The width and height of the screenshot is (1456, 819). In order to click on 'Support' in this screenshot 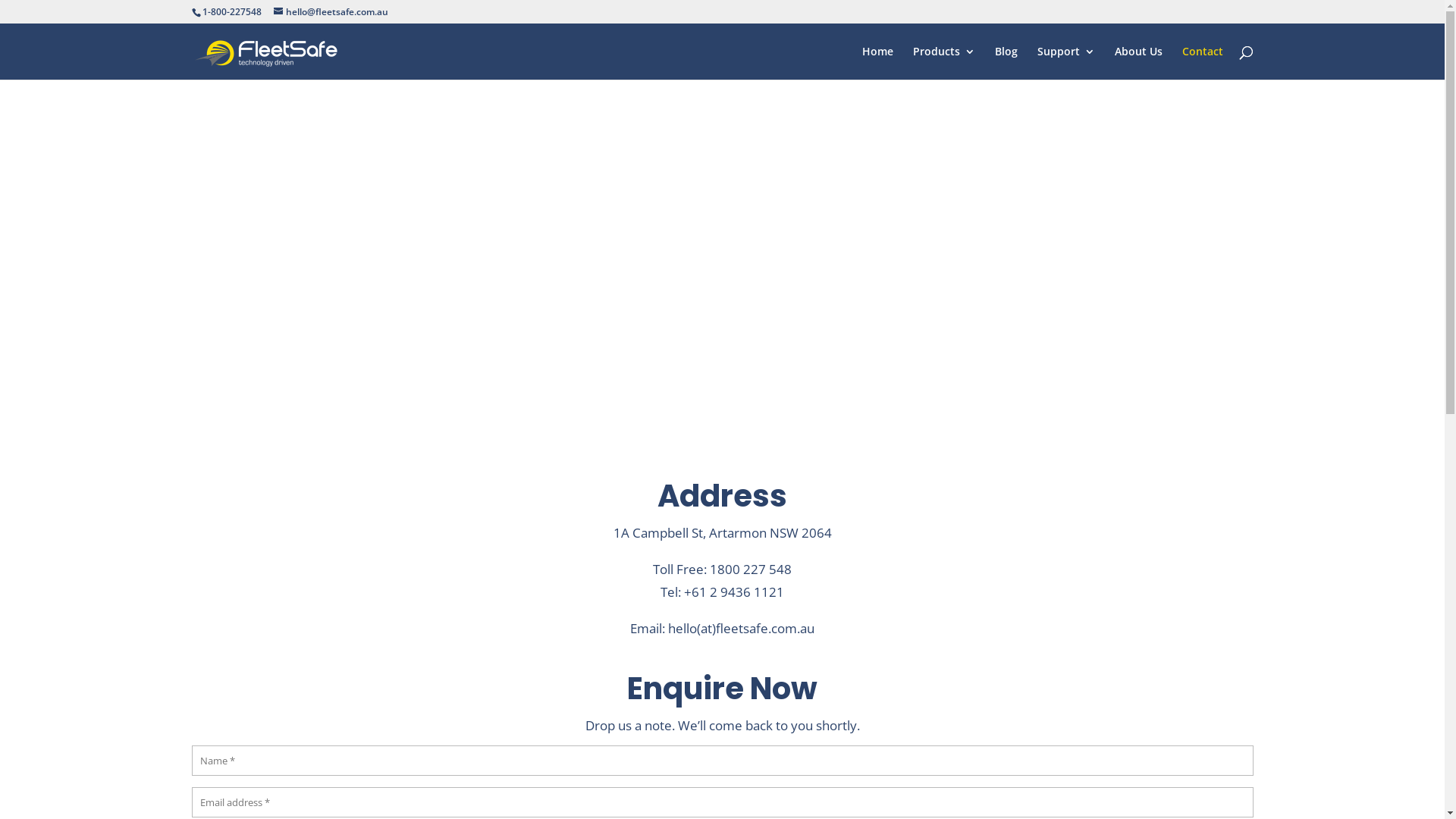, I will do `click(1065, 62)`.